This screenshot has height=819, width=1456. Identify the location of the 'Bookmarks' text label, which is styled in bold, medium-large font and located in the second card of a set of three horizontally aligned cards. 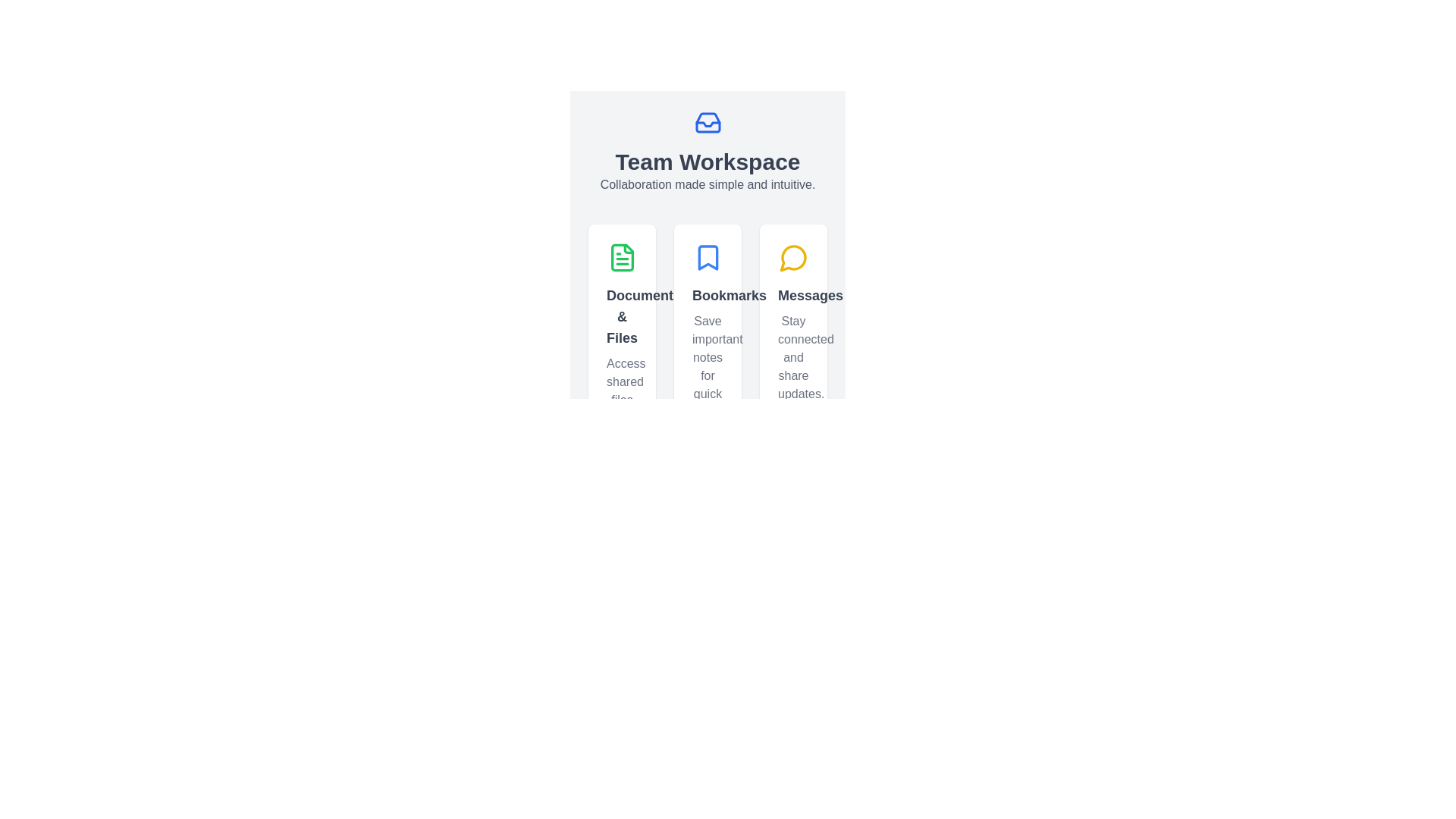
(707, 295).